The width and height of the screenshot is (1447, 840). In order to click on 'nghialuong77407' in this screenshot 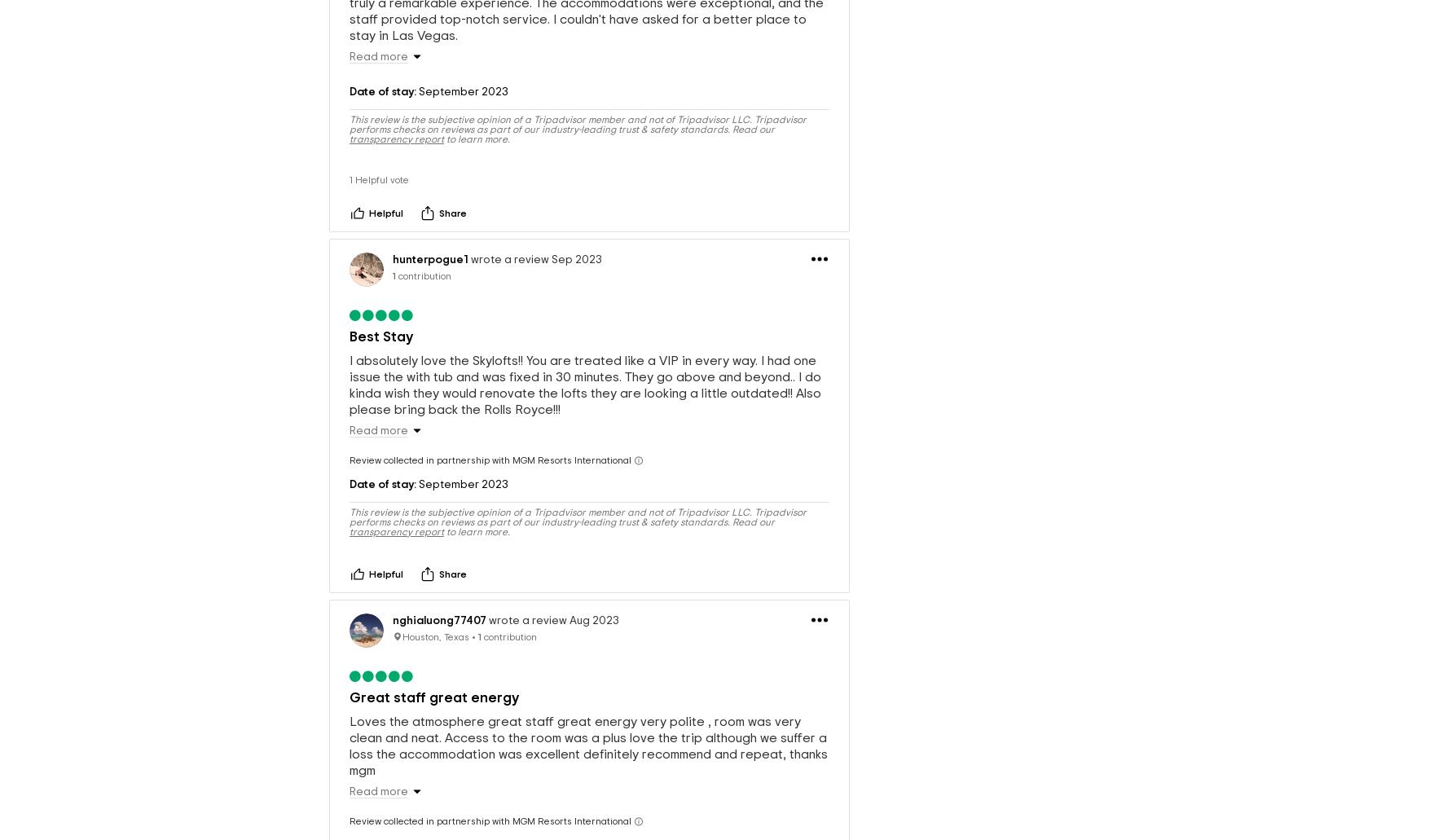, I will do `click(439, 593)`.